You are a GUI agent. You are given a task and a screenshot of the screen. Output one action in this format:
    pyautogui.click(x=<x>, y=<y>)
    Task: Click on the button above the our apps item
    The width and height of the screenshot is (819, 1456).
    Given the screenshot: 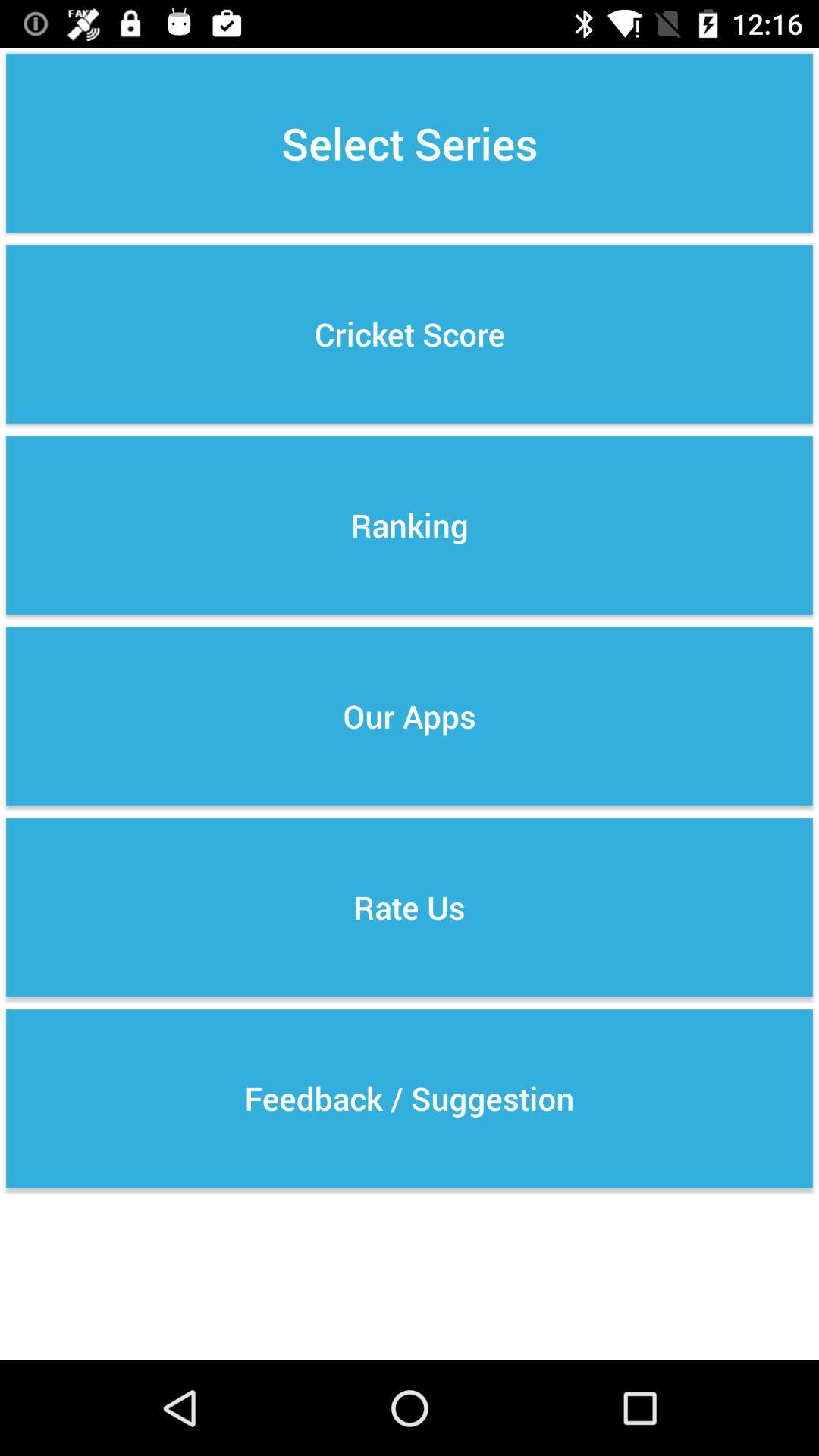 What is the action you would take?
    pyautogui.click(x=409, y=525)
    